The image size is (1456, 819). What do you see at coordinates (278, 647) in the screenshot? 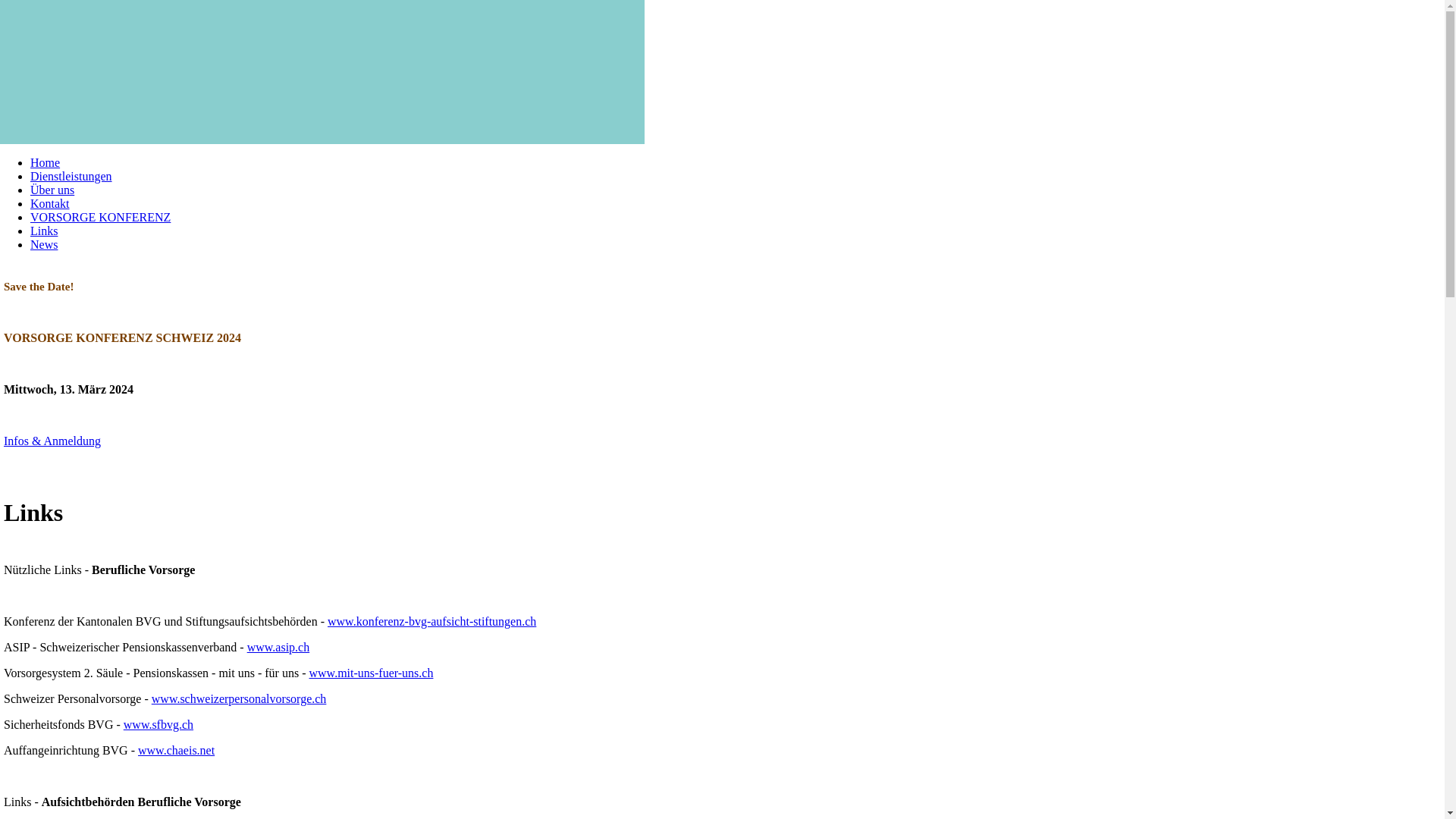
I see `'www.asip.ch'` at bounding box center [278, 647].